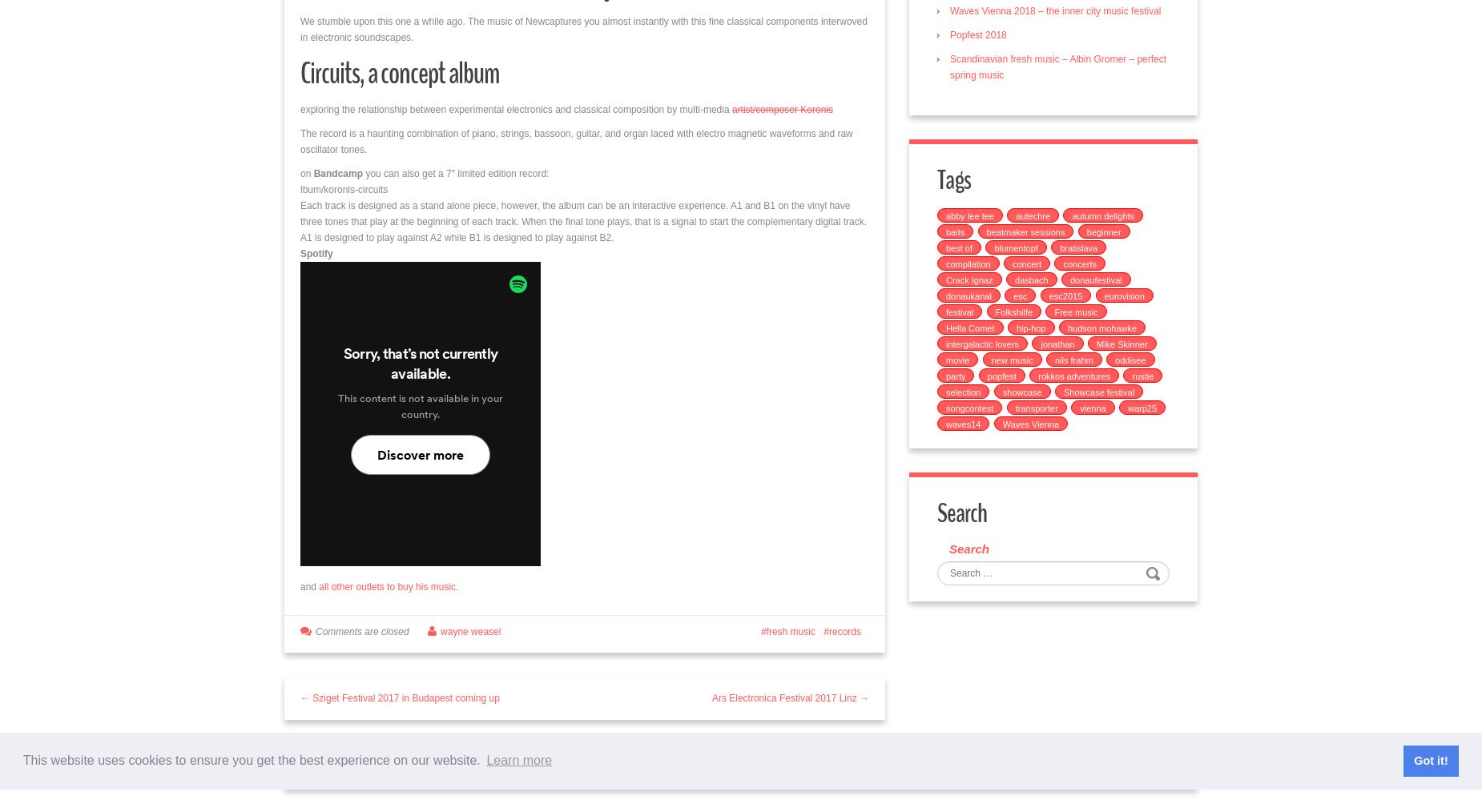  Describe the element at coordinates (1053, 311) in the screenshot. I see `'Free music'` at that location.